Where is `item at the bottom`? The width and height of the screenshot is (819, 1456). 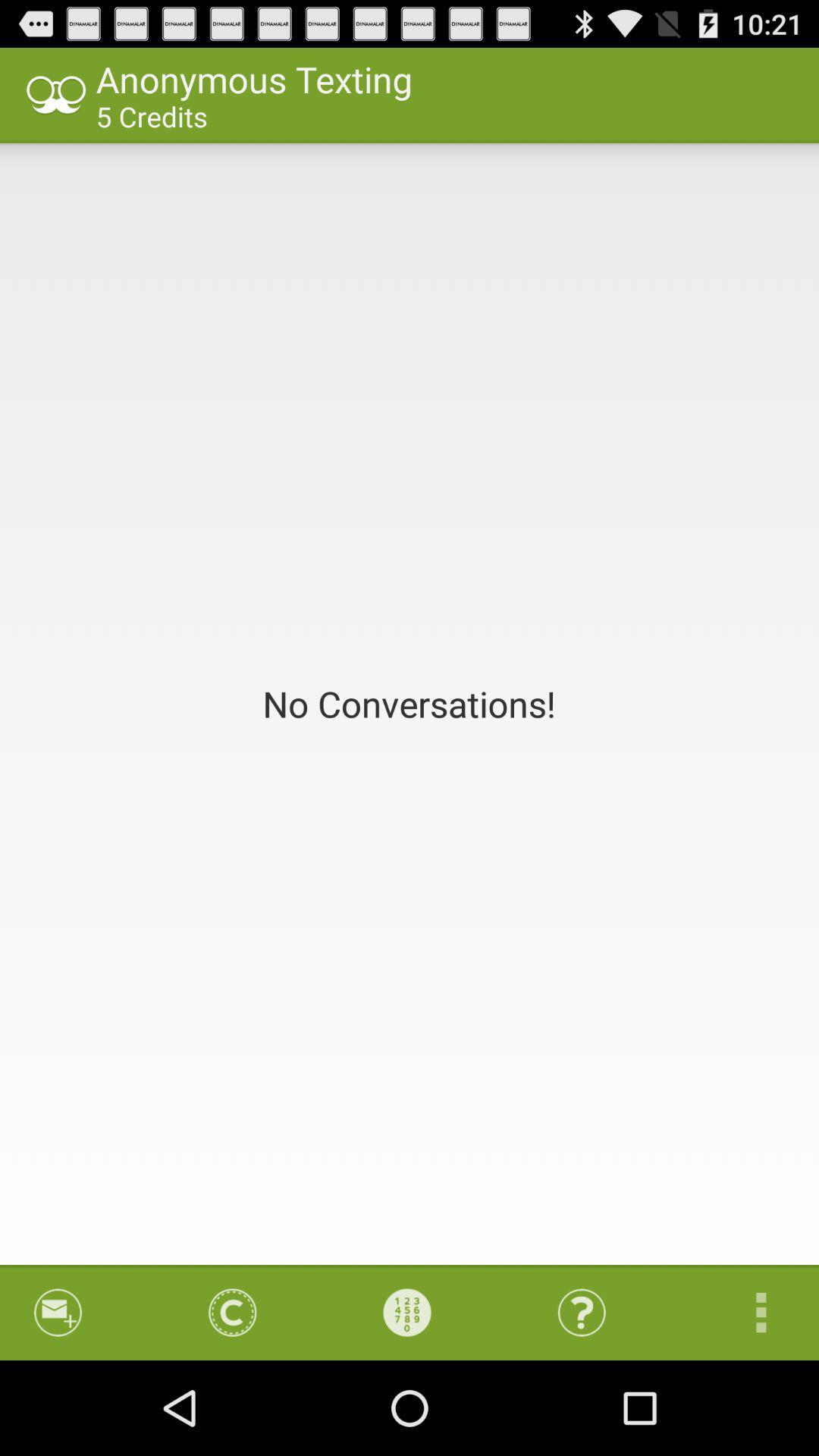
item at the bottom is located at coordinates (406, 1312).